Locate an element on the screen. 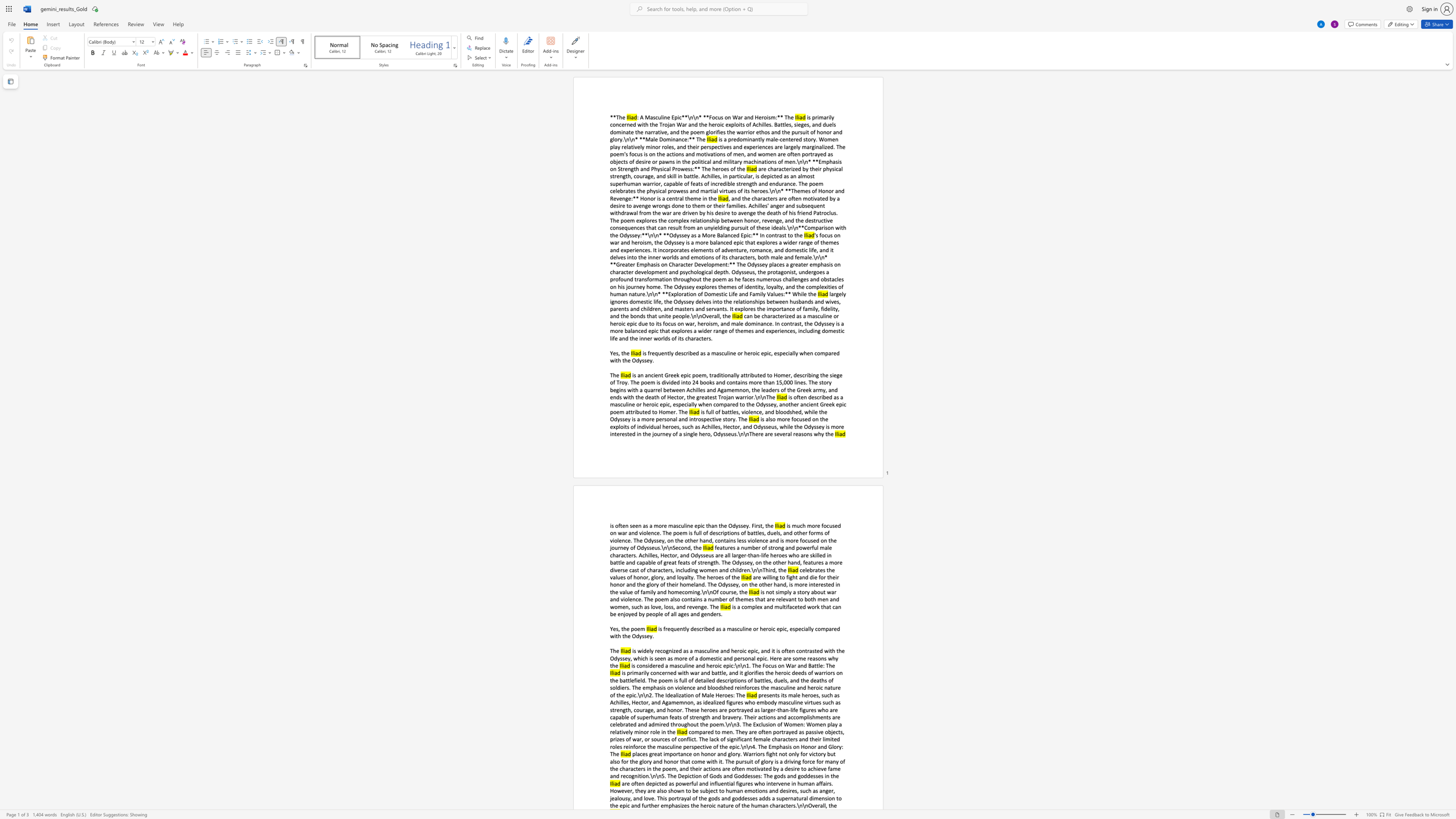 The width and height of the screenshot is (1456, 819). the subset text "he" within the text "is often seen as a more masculine epic than the Odyssey. First, the" is located at coordinates (766, 525).